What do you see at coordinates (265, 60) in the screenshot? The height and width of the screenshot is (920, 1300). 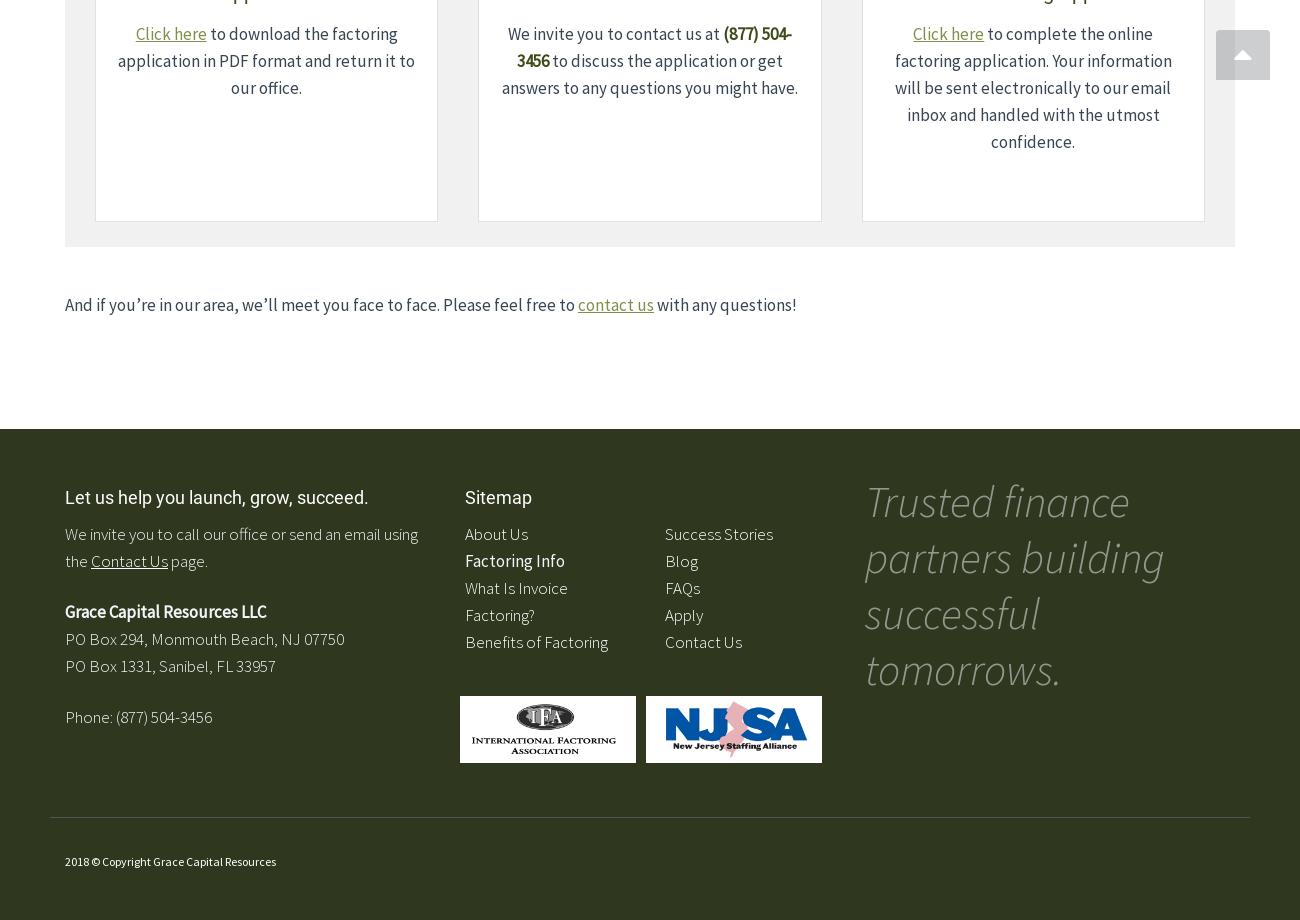 I see `'to download the factoring application in PDF format and return it to our office.'` at bounding box center [265, 60].